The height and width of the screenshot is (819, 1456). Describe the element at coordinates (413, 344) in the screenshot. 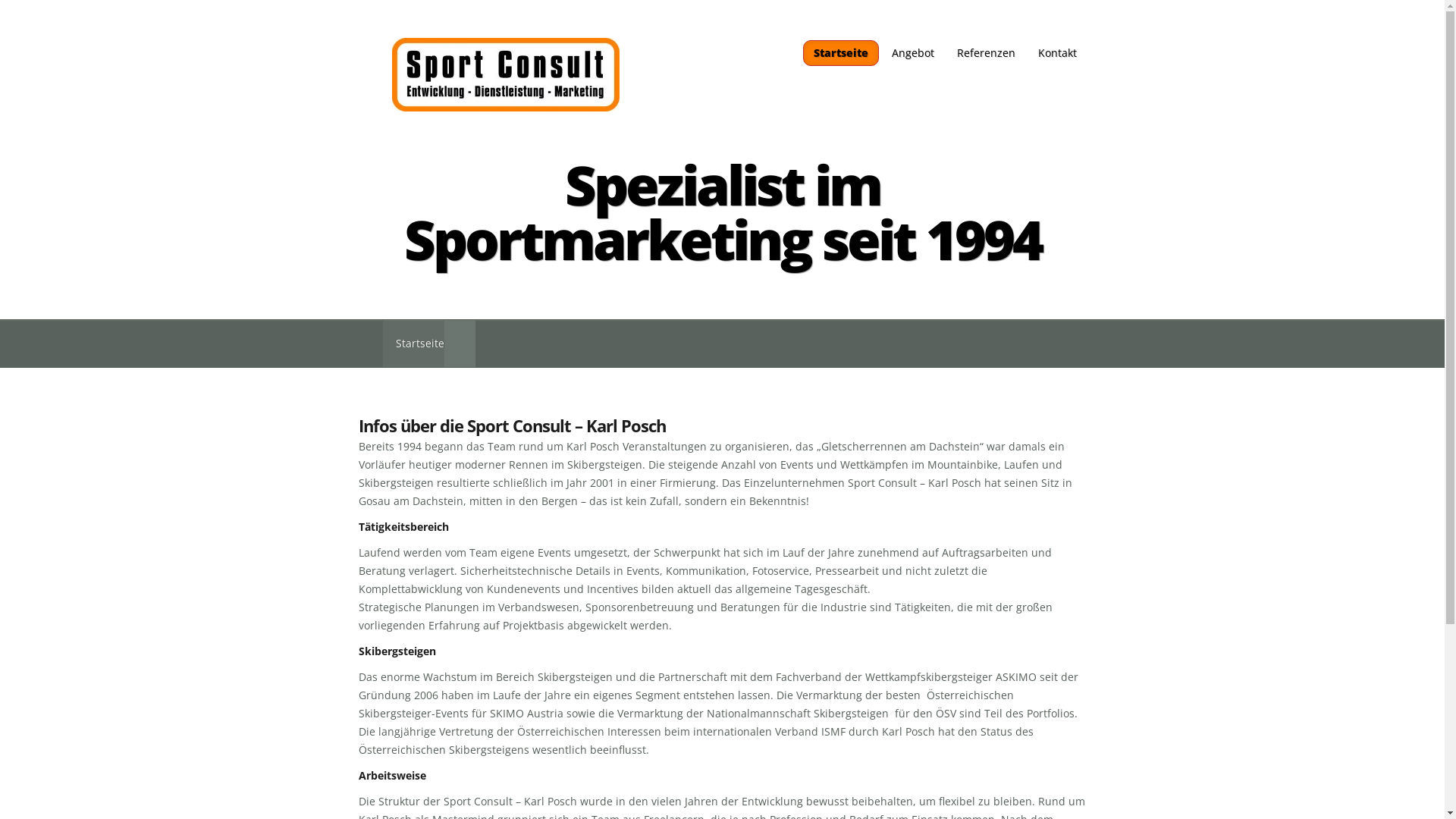

I see `'Startseite'` at that location.